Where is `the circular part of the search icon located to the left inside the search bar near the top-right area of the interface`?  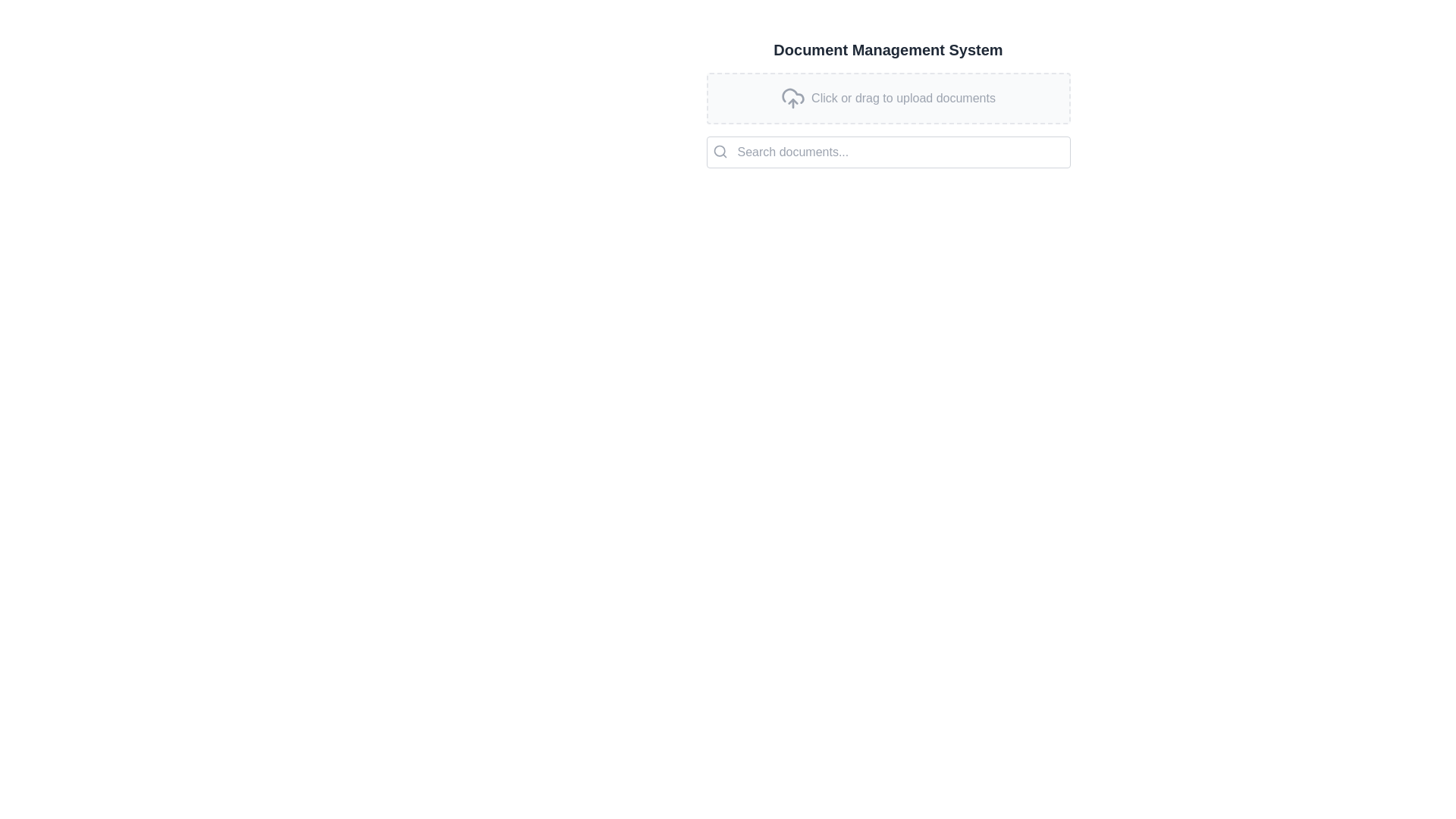
the circular part of the search icon located to the left inside the search bar near the top-right area of the interface is located at coordinates (718, 151).